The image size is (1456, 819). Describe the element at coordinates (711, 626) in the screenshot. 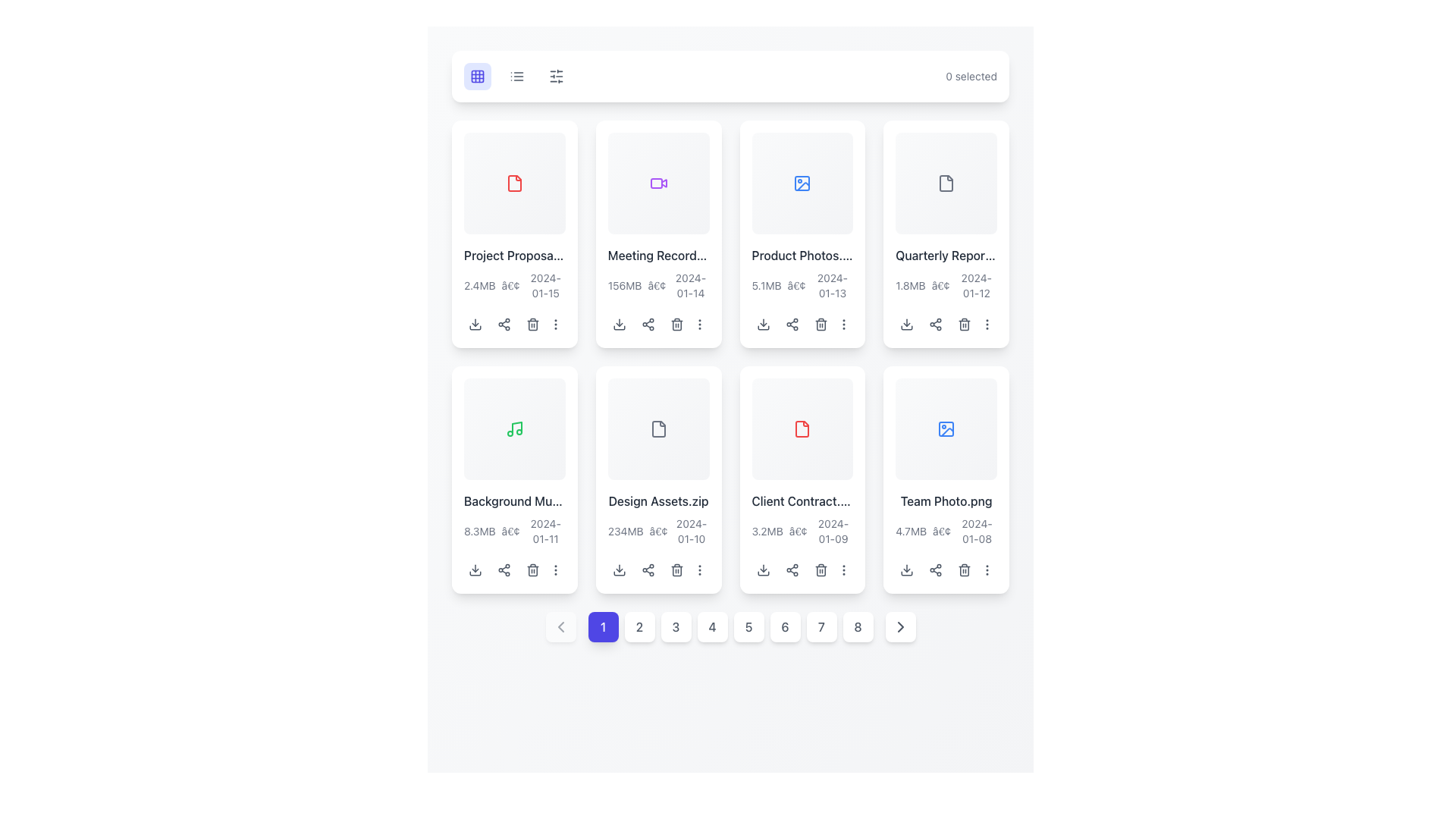

I see `the button labeled '4' in a square with rounded corners and a white background, located at the bottom center of the interface` at that location.